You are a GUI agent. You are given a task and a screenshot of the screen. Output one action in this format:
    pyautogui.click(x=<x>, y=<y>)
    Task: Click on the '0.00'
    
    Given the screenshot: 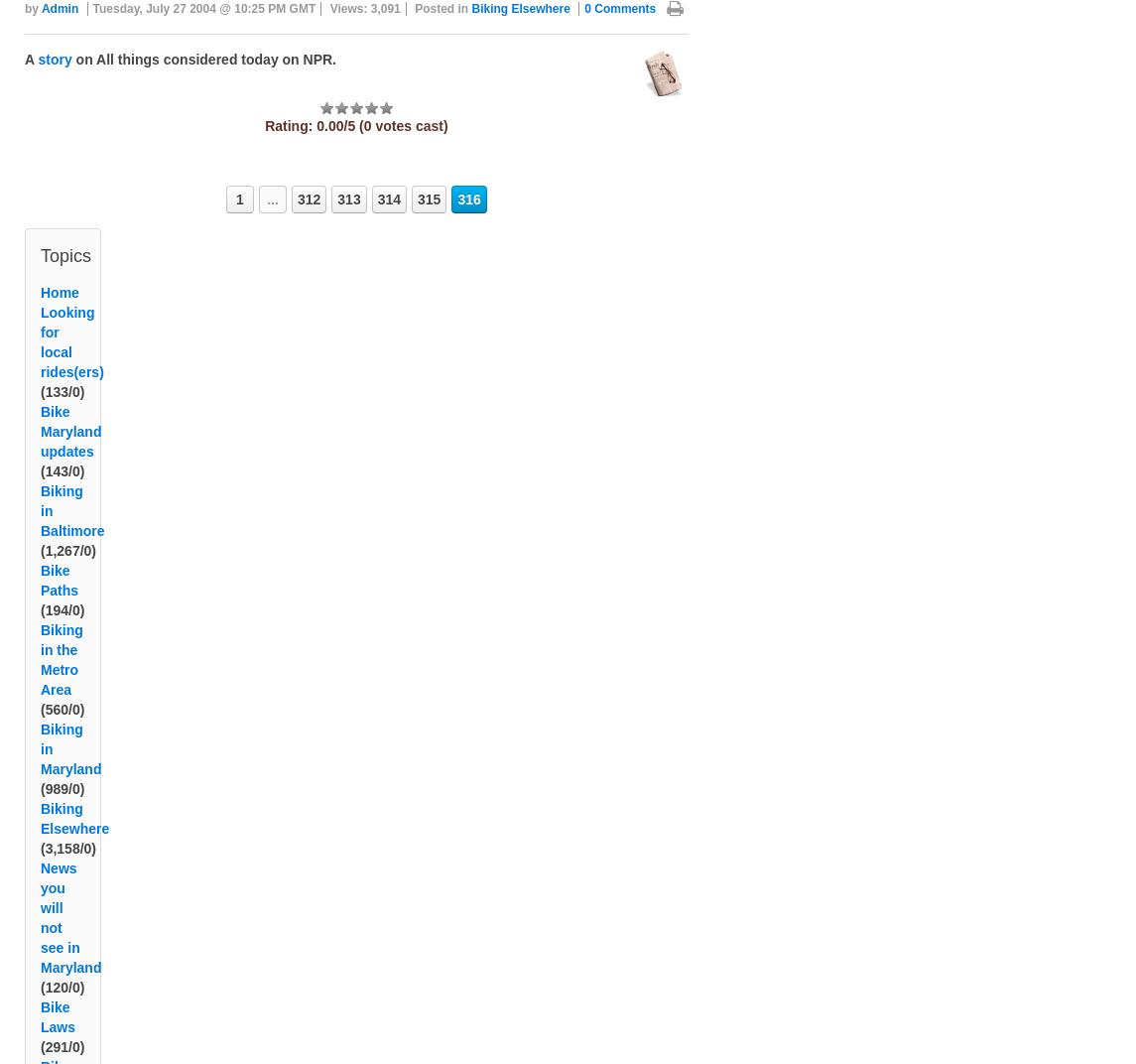 What is the action you would take?
    pyautogui.click(x=328, y=124)
    